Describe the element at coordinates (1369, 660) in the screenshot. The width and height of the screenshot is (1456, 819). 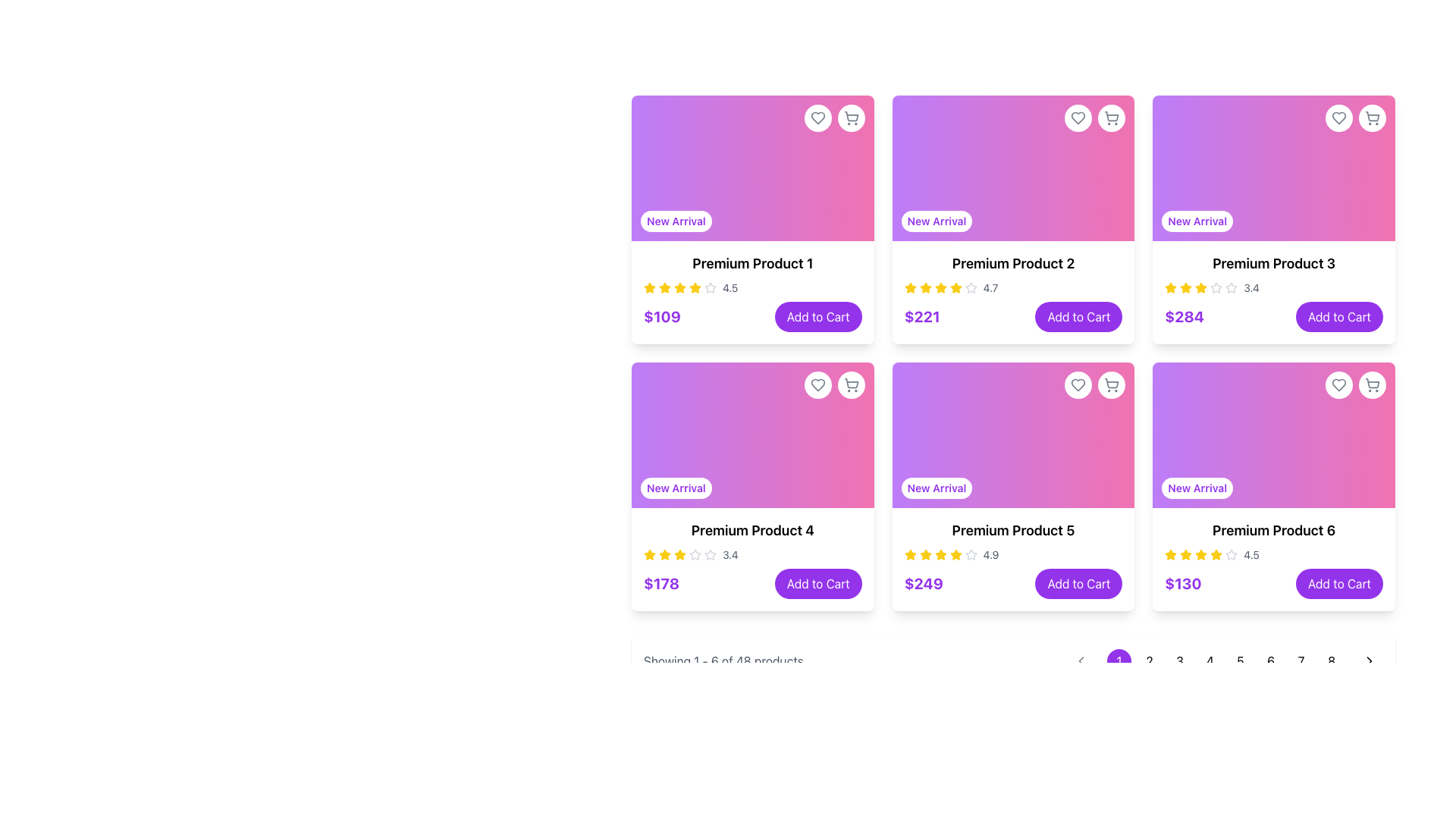
I see `the small, right-facing chevron arrow icon located at the bottom-right corner of the interface, adjacent to pagination controls` at that location.